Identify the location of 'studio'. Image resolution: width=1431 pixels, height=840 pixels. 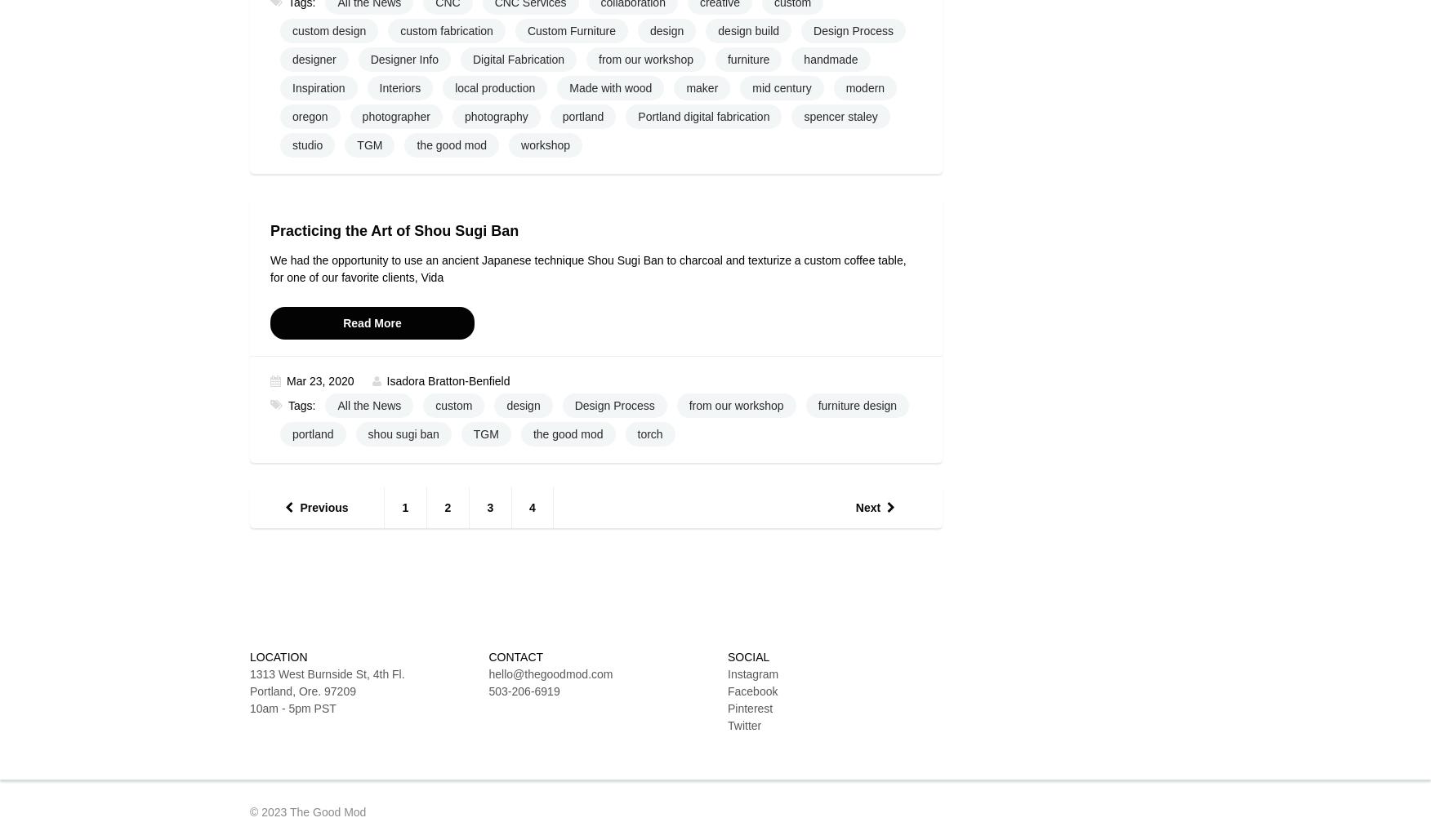
(306, 145).